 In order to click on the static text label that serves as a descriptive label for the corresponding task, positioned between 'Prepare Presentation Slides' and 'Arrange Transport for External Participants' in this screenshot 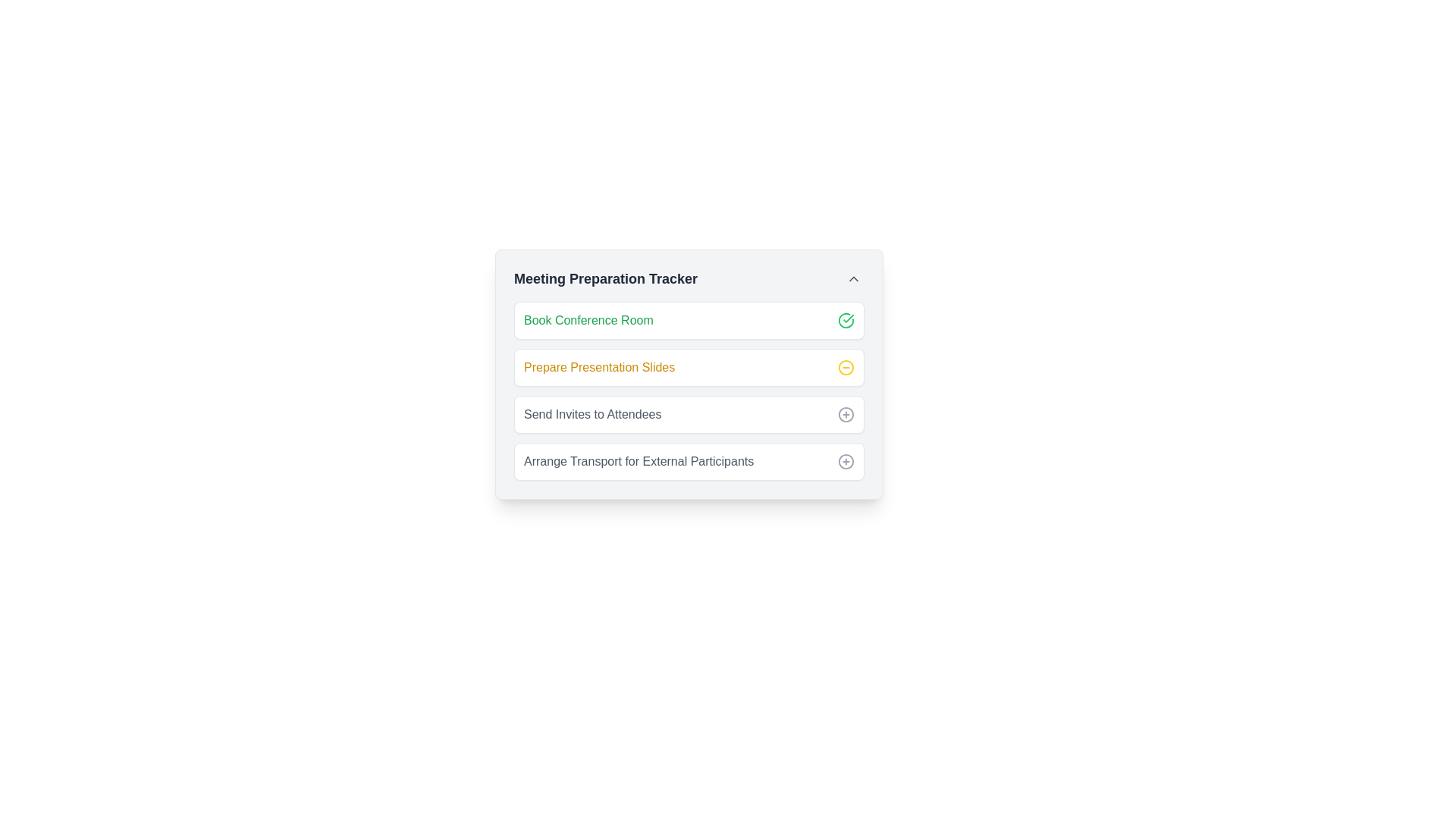, I will do `click(591, 415)`.